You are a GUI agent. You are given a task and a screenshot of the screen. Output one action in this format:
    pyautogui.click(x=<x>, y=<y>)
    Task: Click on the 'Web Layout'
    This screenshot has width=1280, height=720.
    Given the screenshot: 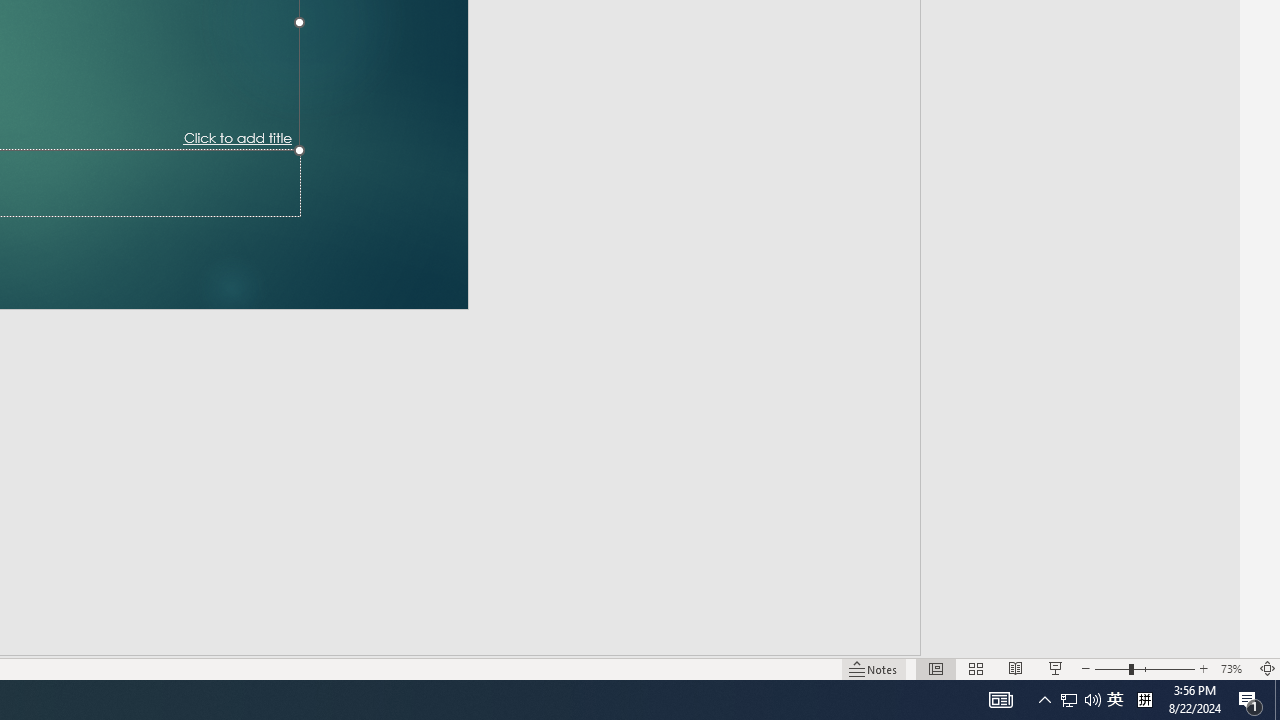 What is the action you would take?
    pyautogui.click(x=984, y=640)
    